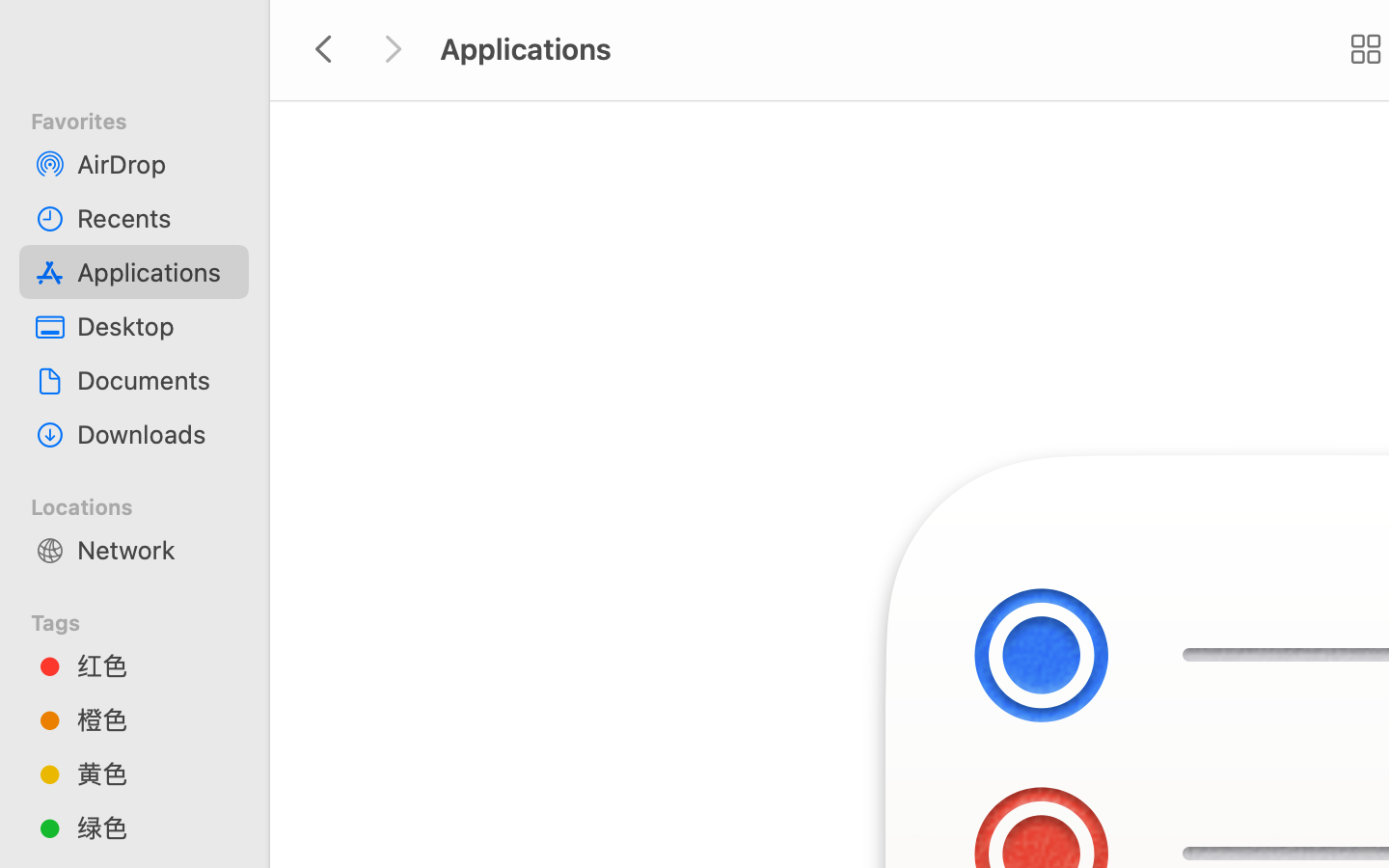 This screenshot has height=868, width=1389. What do you see at coordinates (153, 827) in the screenshot?
I see `'绿色'` at bounding box center [153, 827].